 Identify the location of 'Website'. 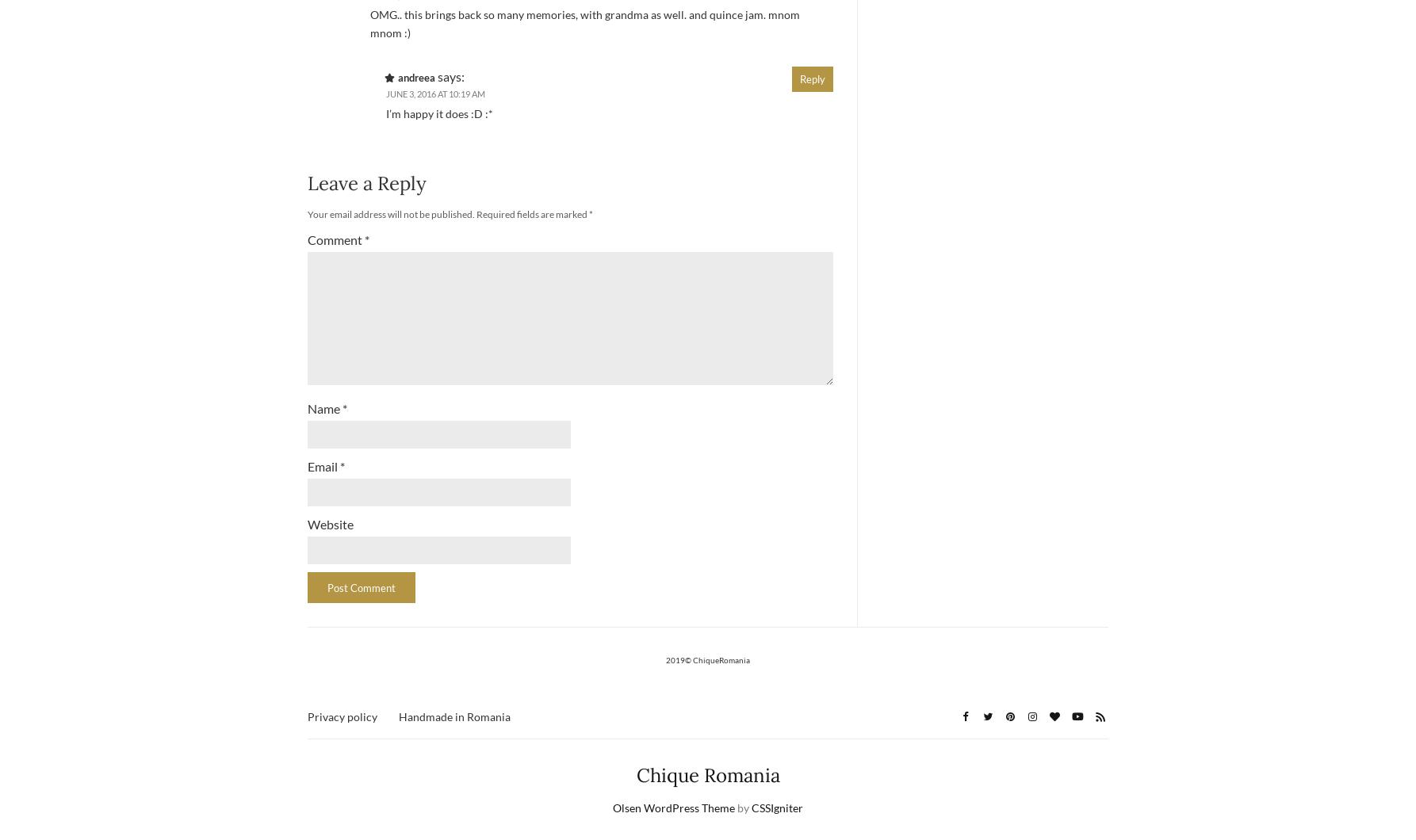
(331, 523).